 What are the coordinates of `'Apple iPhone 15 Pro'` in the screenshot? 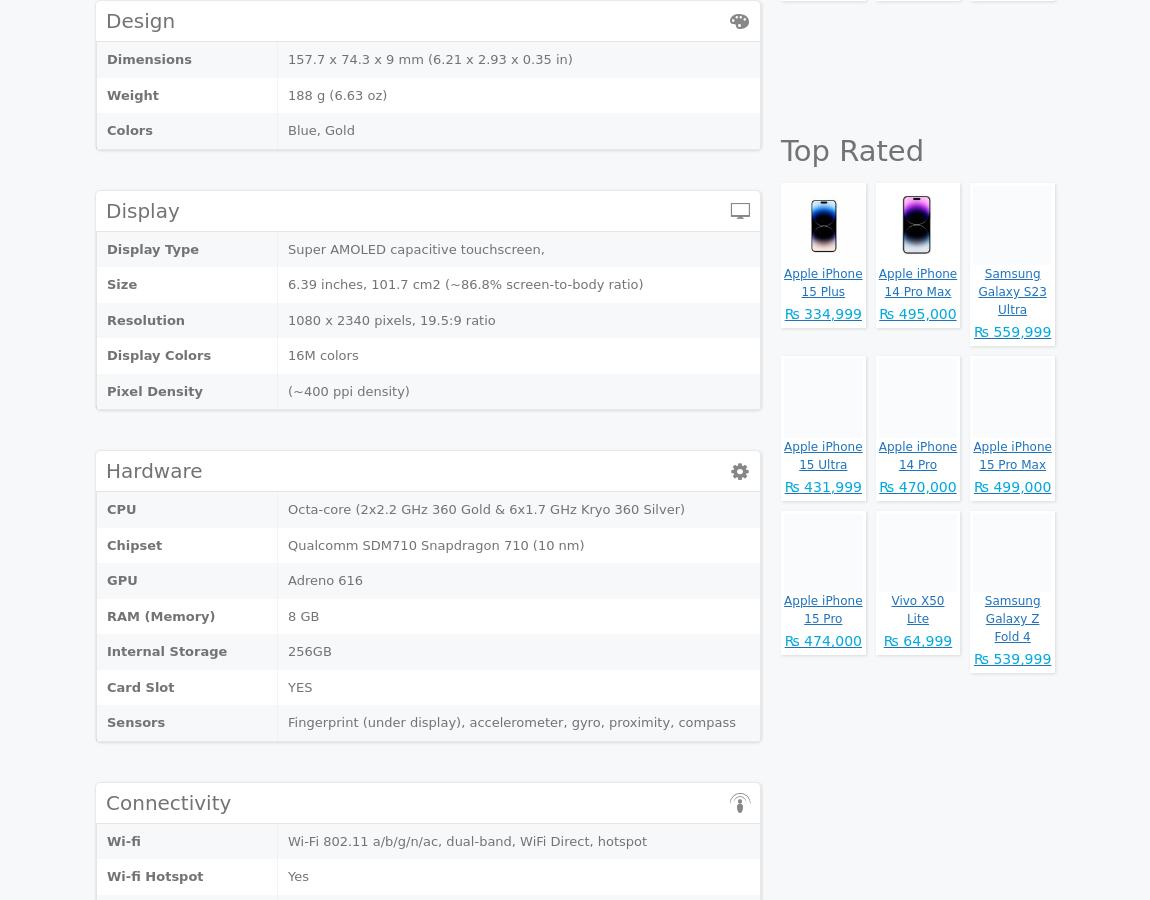 It's located at (822, 610).